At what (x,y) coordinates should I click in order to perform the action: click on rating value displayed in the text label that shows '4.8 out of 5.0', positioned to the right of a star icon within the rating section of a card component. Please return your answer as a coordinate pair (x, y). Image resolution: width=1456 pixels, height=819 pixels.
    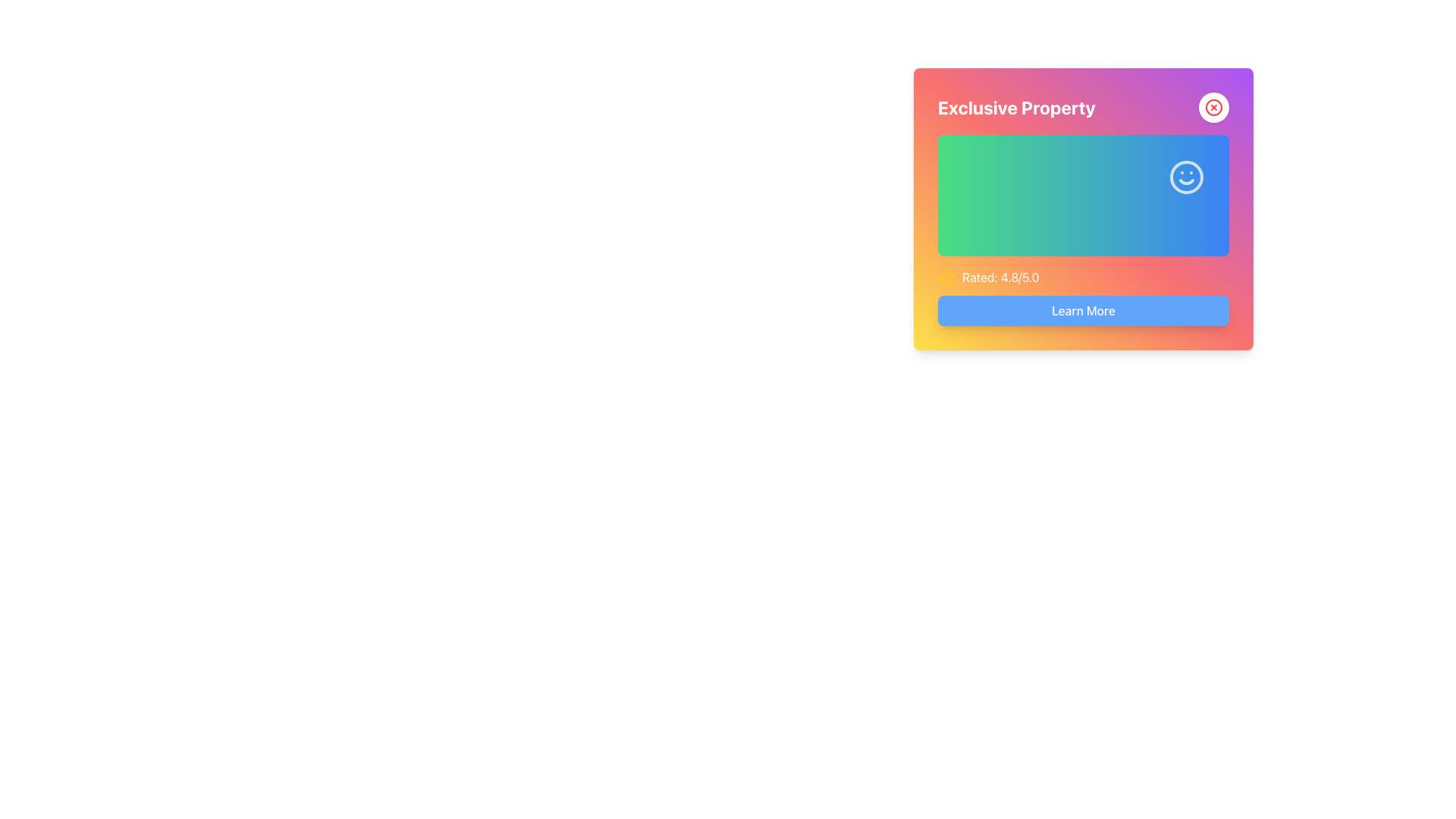
    Looking at the image, I should click on (1000, 278).